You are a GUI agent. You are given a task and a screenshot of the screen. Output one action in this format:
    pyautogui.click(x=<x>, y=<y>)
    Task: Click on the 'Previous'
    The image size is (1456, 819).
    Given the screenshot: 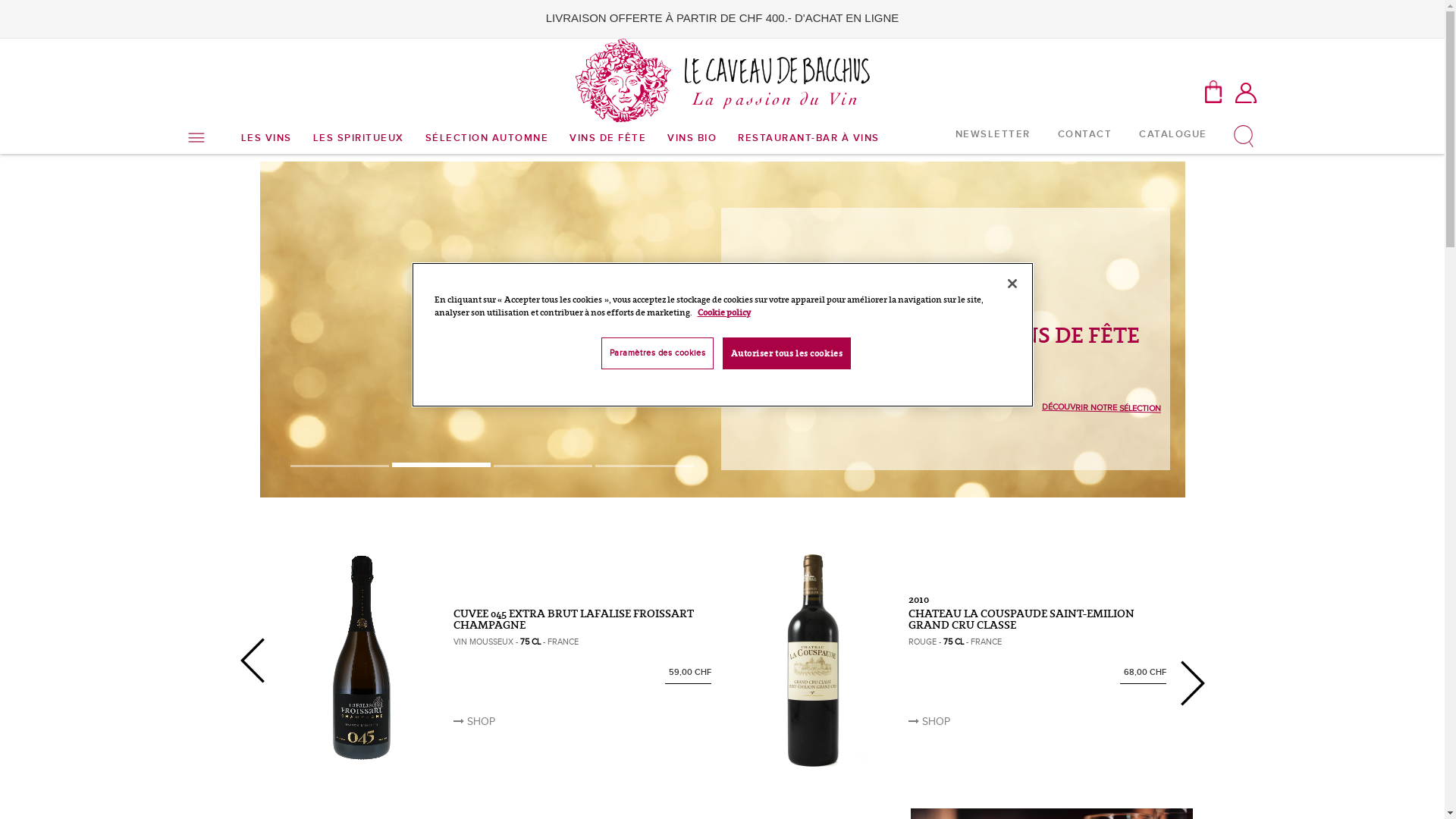 What is the action you would take?
    pyautogui.click(x=251, y=660)
    